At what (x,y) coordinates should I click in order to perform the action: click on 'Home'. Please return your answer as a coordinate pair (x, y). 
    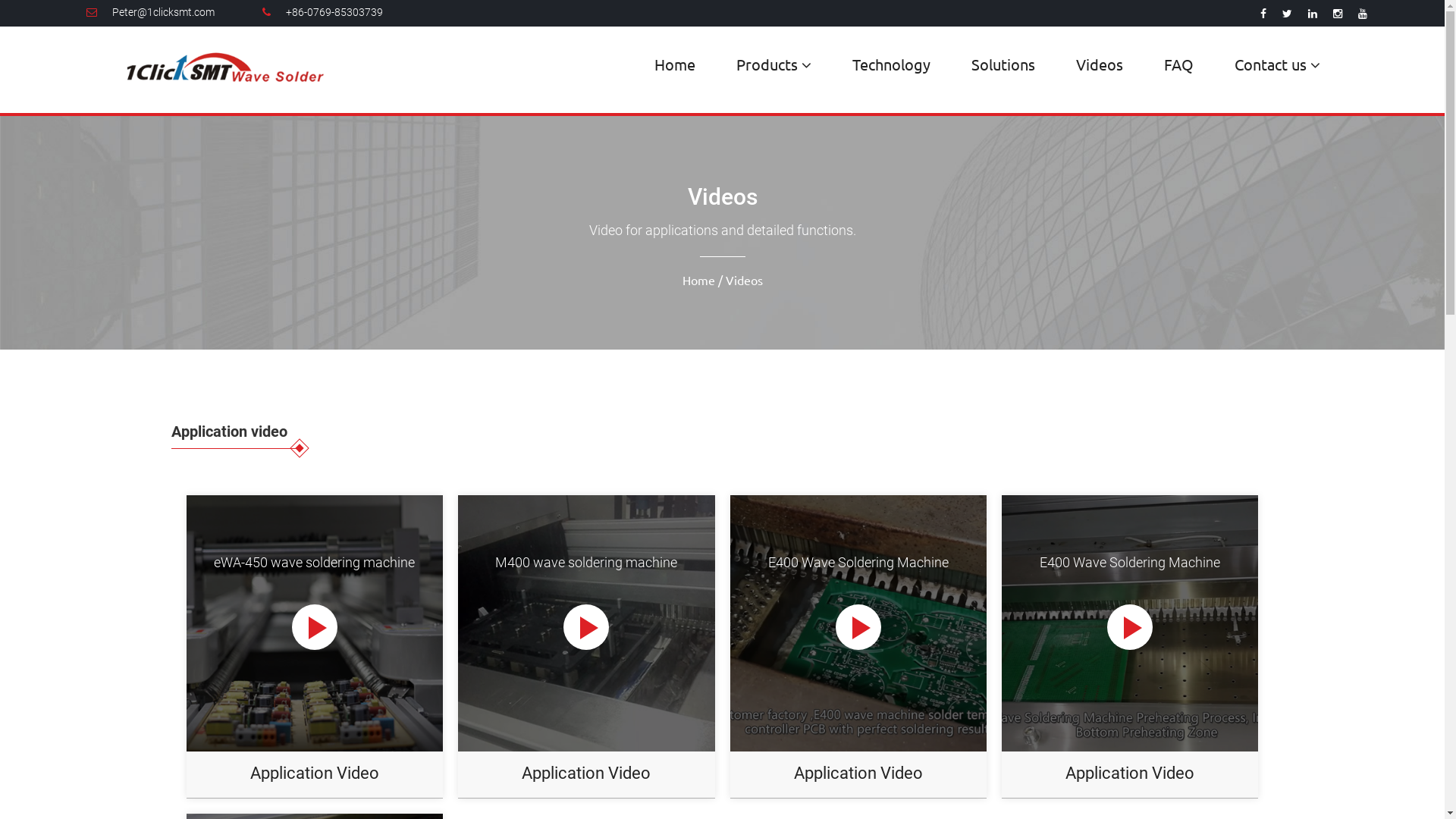
    Looking at the image, I should click on (673, 63).